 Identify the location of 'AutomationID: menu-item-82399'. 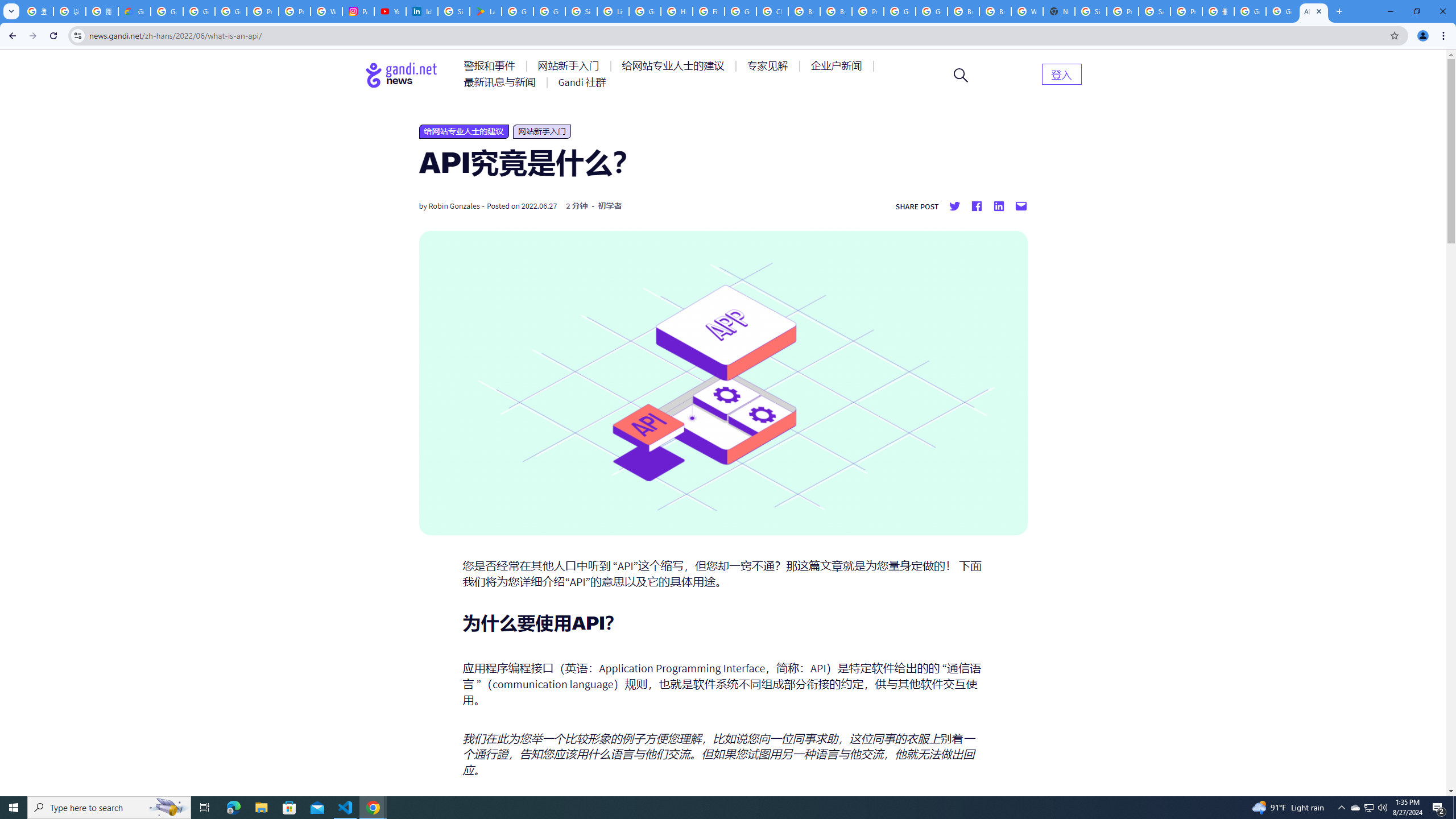
(1061, 73).